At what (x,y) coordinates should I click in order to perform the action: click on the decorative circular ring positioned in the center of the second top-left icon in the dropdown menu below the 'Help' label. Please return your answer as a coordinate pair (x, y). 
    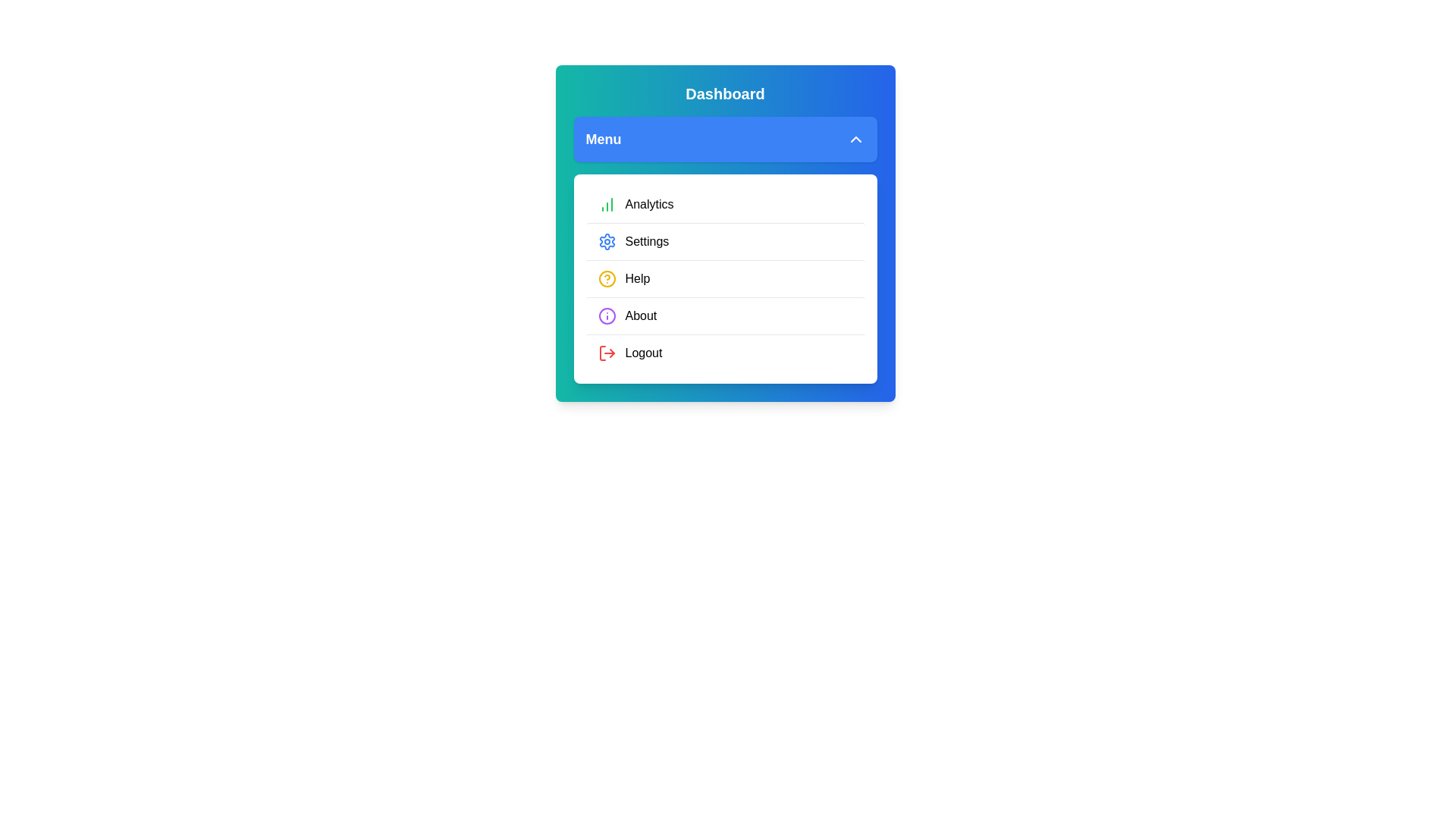
    Looking at the image, I should click on (607, 315).